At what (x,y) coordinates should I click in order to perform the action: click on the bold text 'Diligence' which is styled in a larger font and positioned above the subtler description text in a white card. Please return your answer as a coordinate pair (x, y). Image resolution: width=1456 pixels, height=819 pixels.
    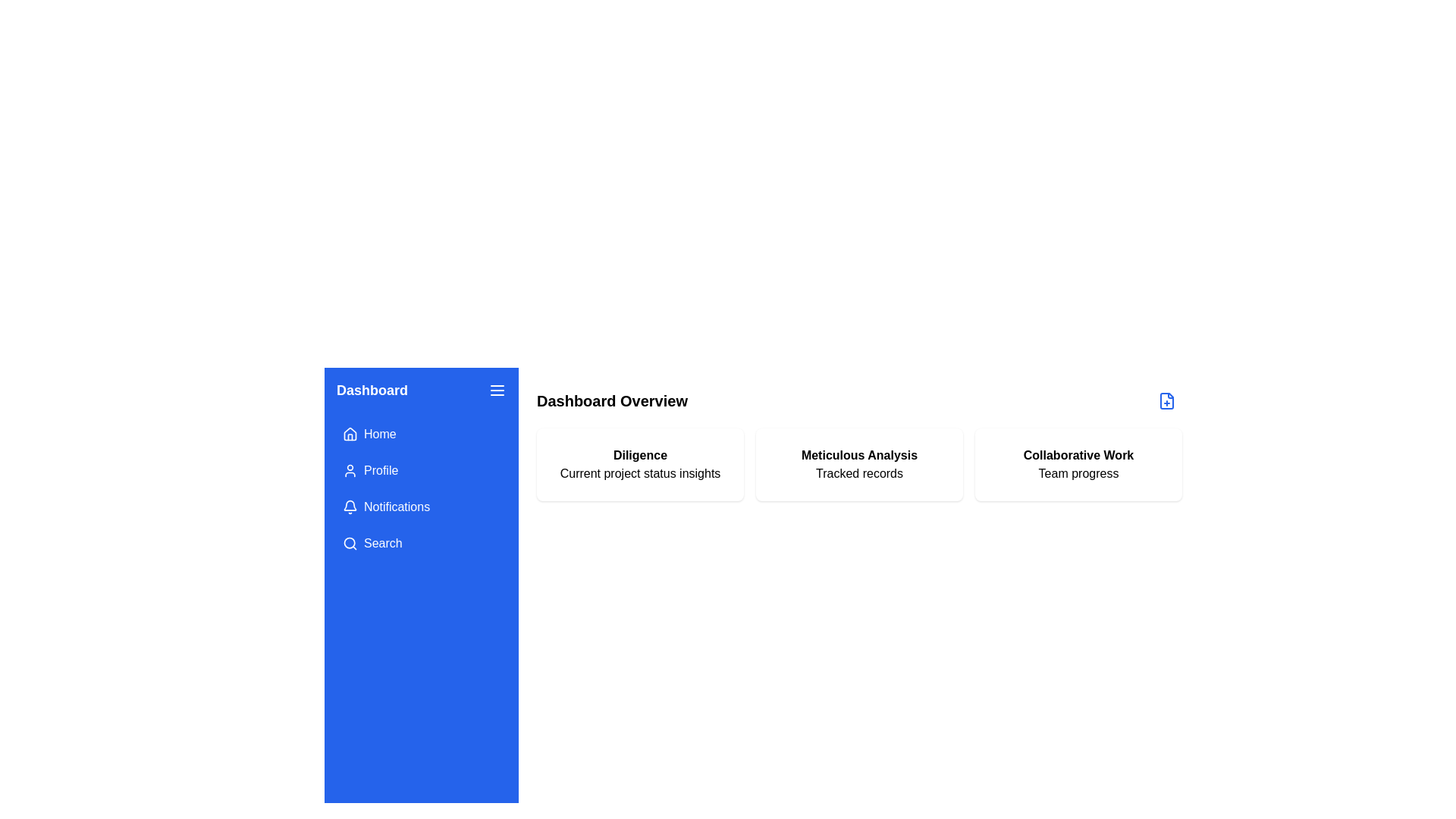
    Looking at the image, I should click on (640, 455).